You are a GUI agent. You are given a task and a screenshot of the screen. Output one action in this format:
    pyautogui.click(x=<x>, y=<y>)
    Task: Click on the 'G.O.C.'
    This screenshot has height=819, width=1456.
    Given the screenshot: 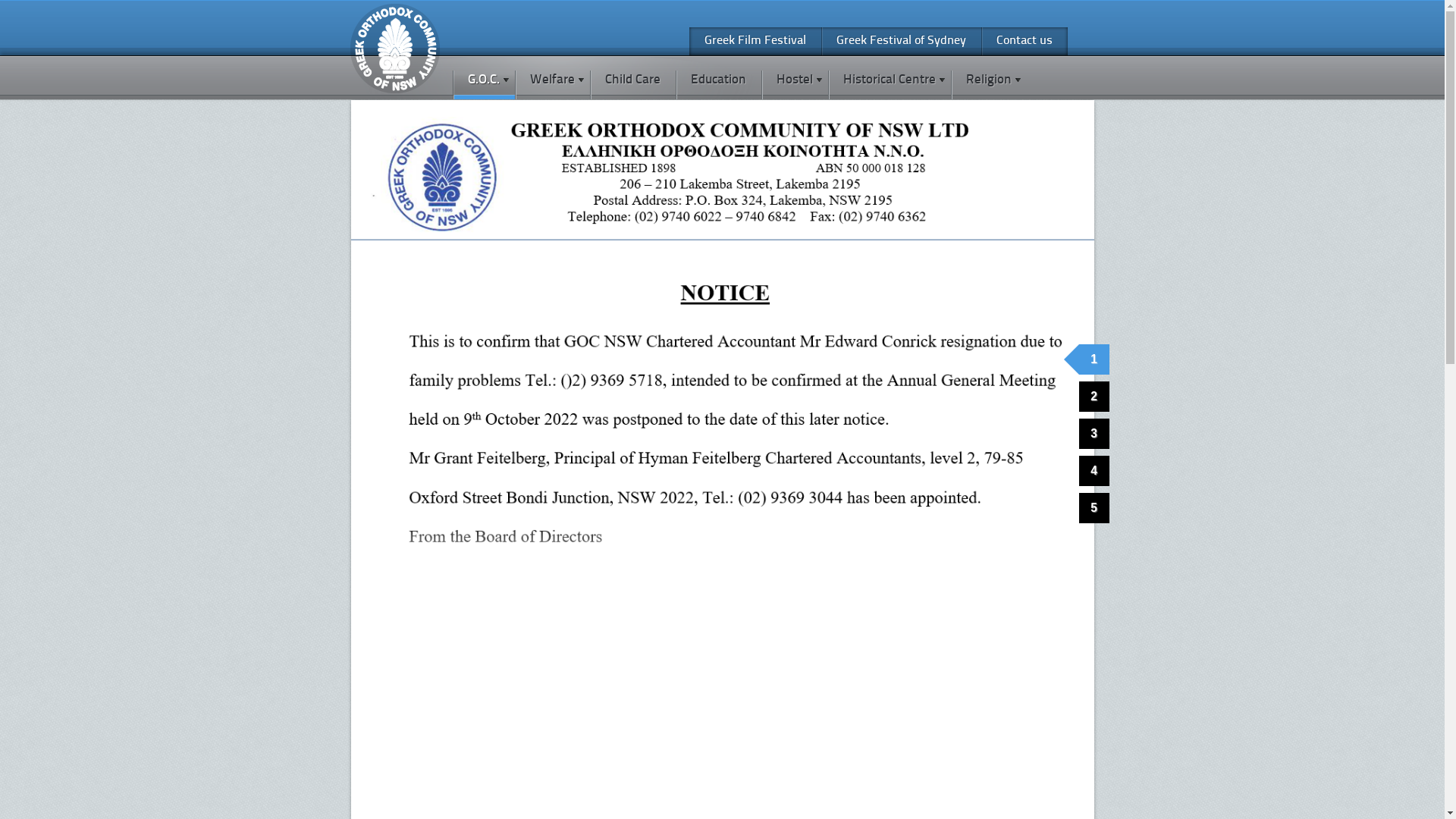 What is the action you would take?
    pyautogui.click(x=482, y=78)
    